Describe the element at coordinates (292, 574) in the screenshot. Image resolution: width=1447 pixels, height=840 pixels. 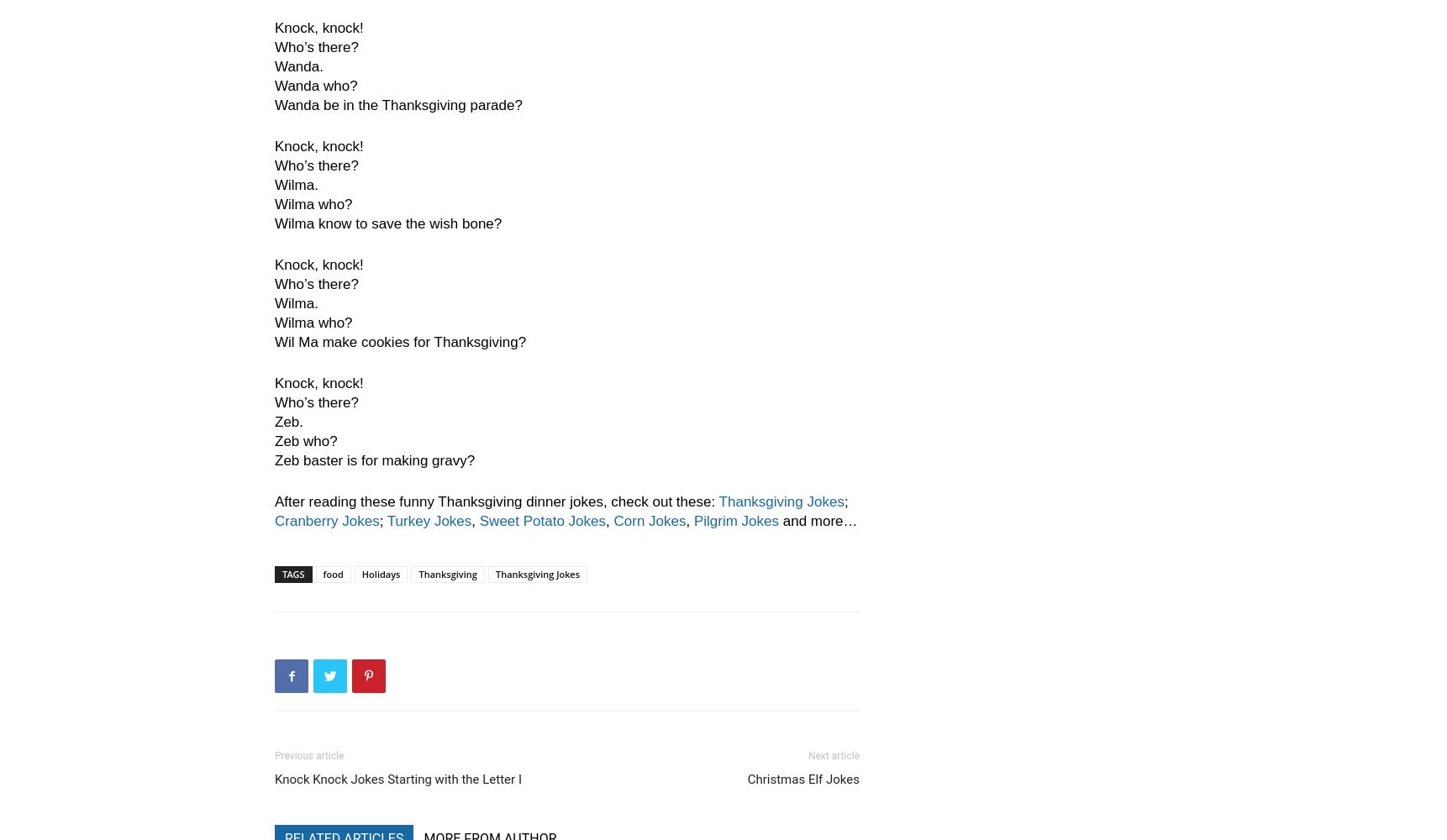
I see `'TAGS'` at that location.